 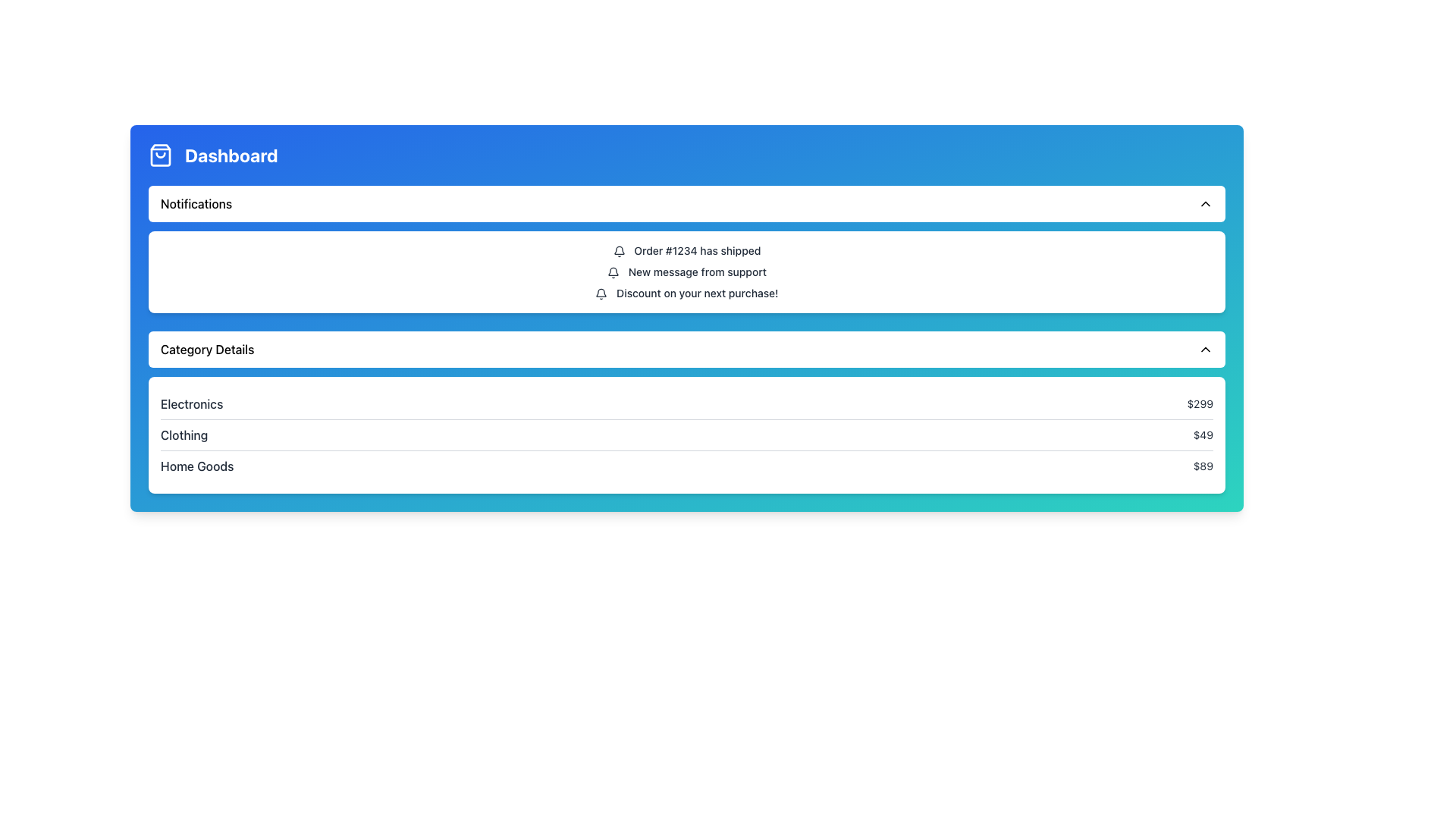 I want to click on the static text element displaying 'Order #1234 has shipped', which is the first notification under the 'Notifications' section, so click(x=686, y=250).